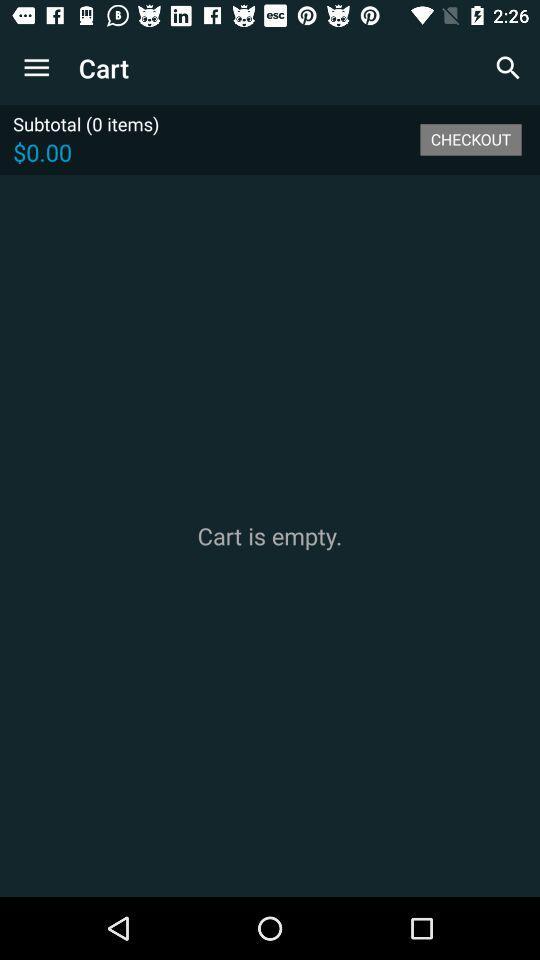  What do you see at coordinates (36, 68) in the screenshot?
I see `item next to the cart item` at bounding box center [36, 68].